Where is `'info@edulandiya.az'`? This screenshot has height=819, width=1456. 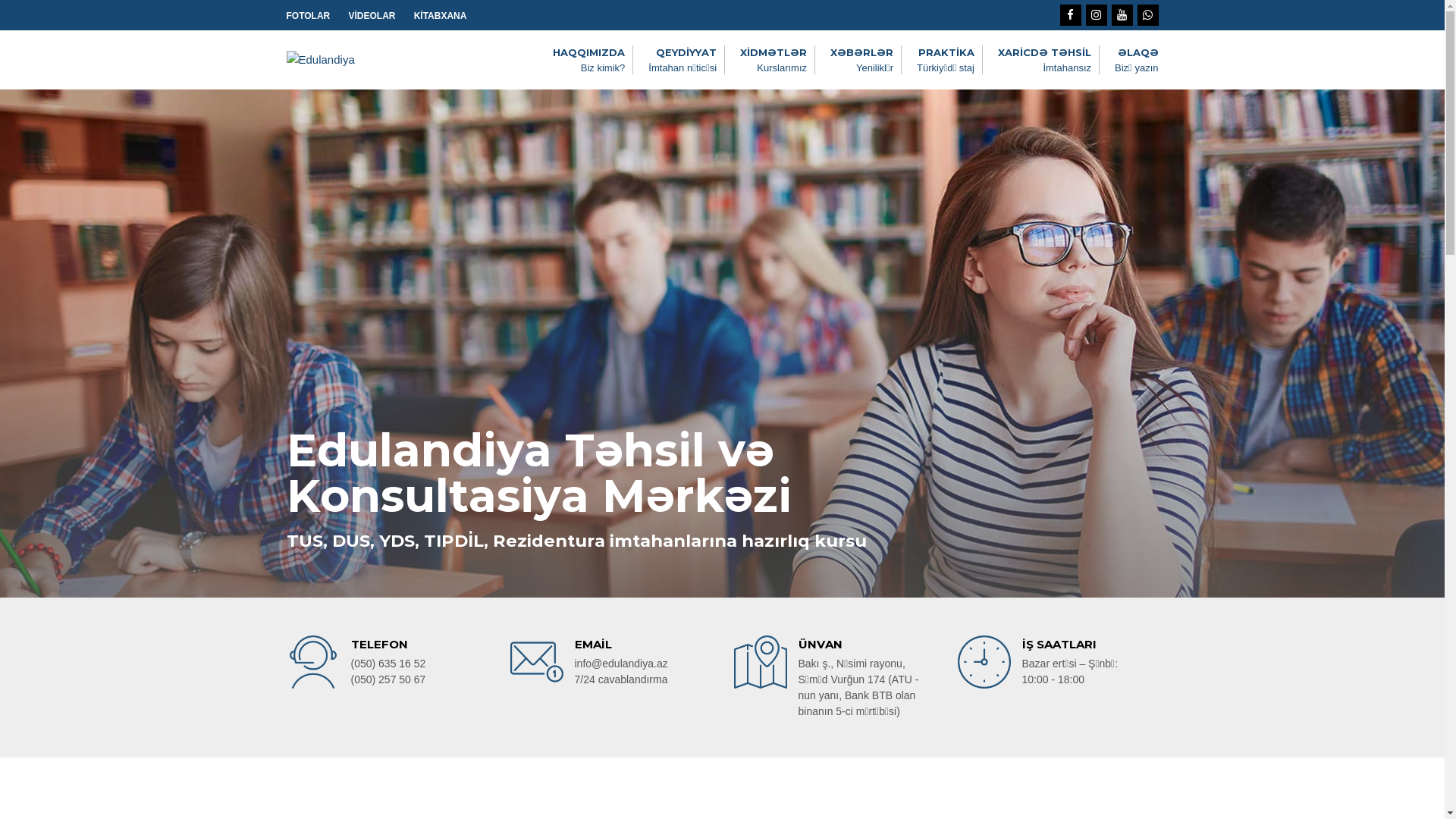 'info@edulandiya.az' is located at coordinates (574, 663).